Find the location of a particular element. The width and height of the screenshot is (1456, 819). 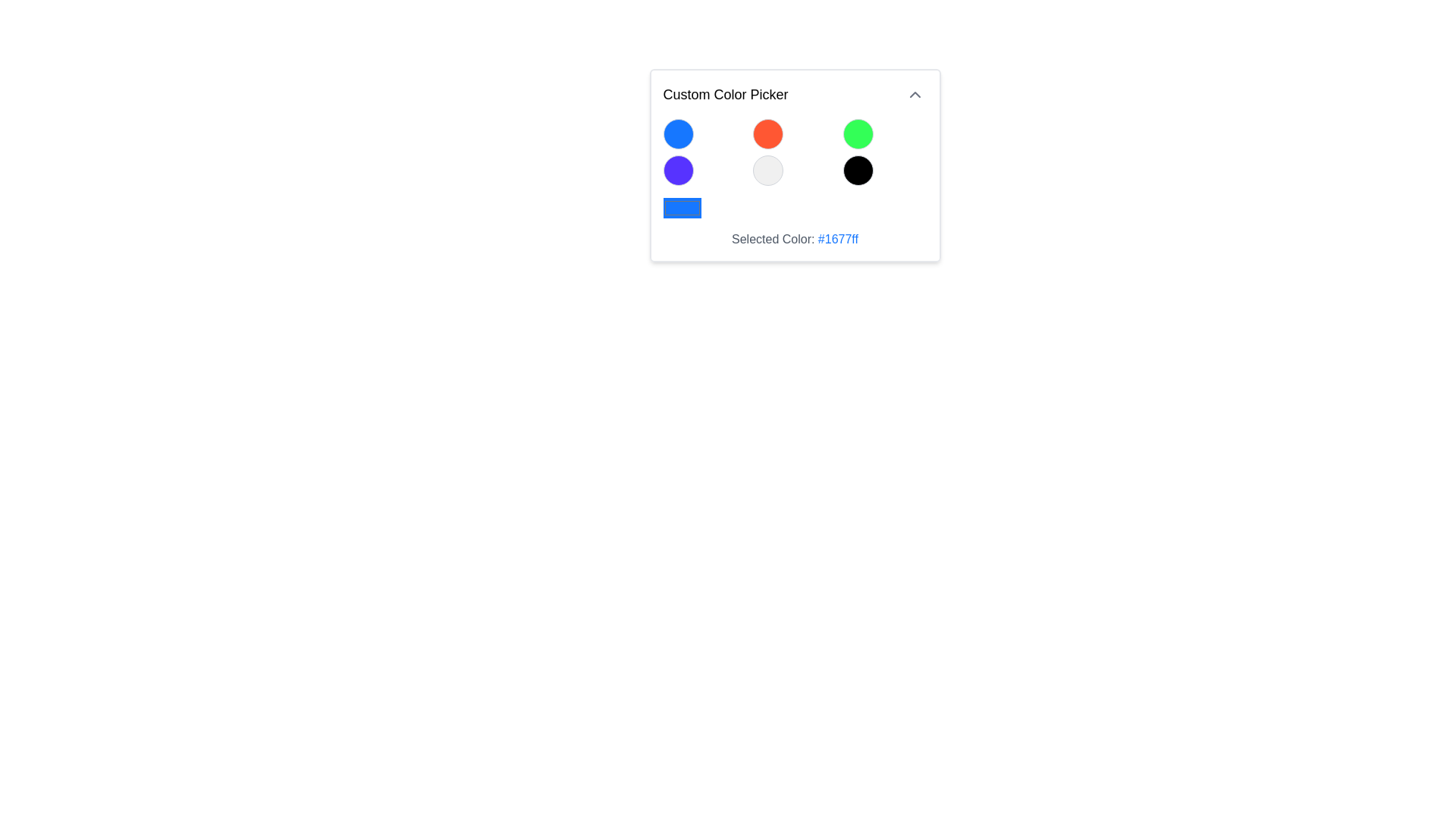

the button with a chevron icon located at the top-right corner of the 'Custom Color Picker' section is located at coordinates (914, 94).